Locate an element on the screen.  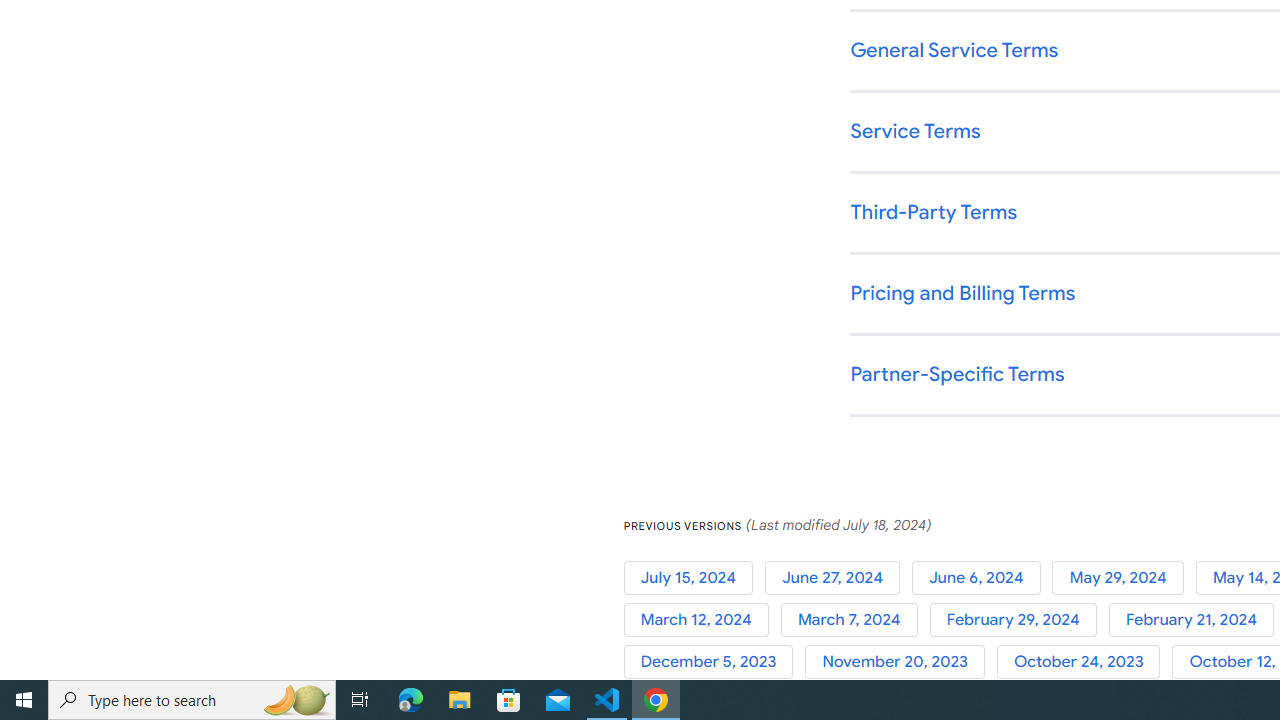
'December 5, 2023' is located at coordinates (714, 662).